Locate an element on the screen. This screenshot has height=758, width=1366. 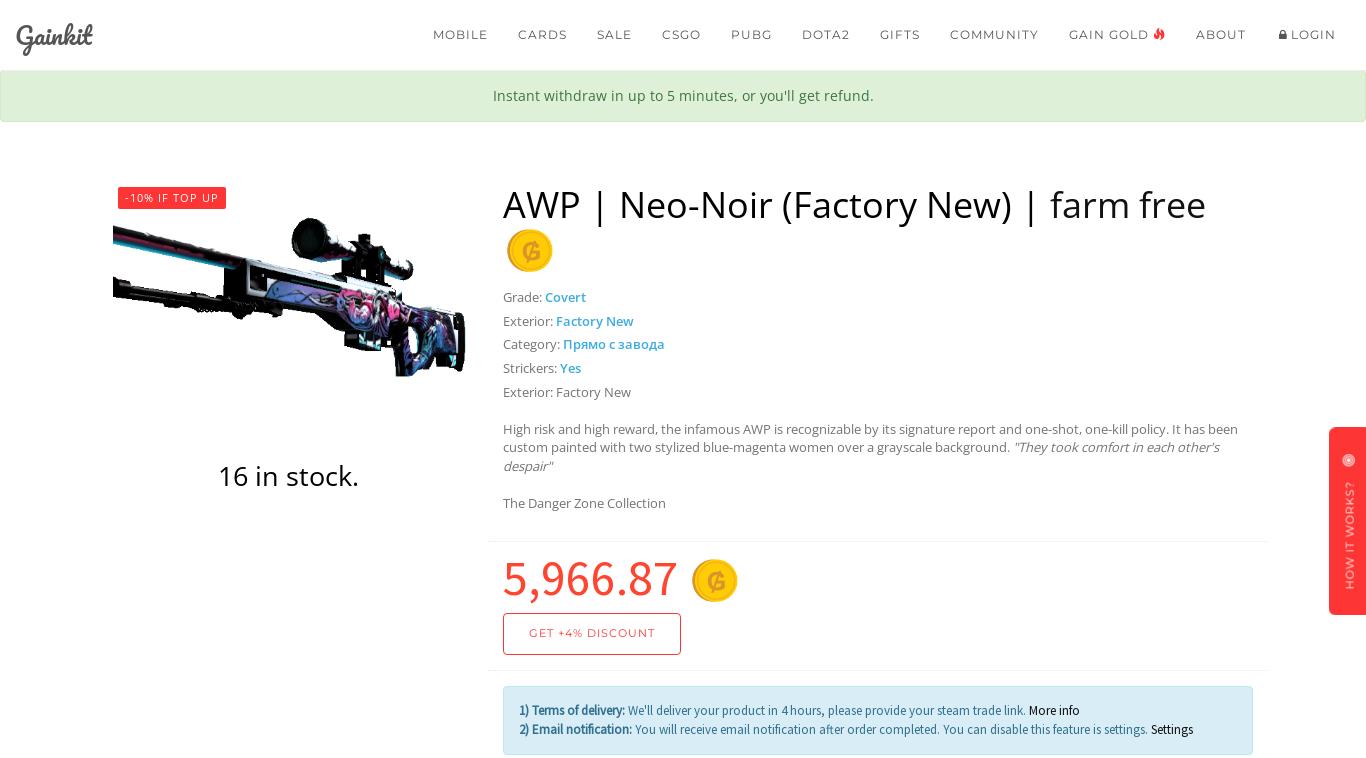
'Grade:' is located at coordinates (523, 296).